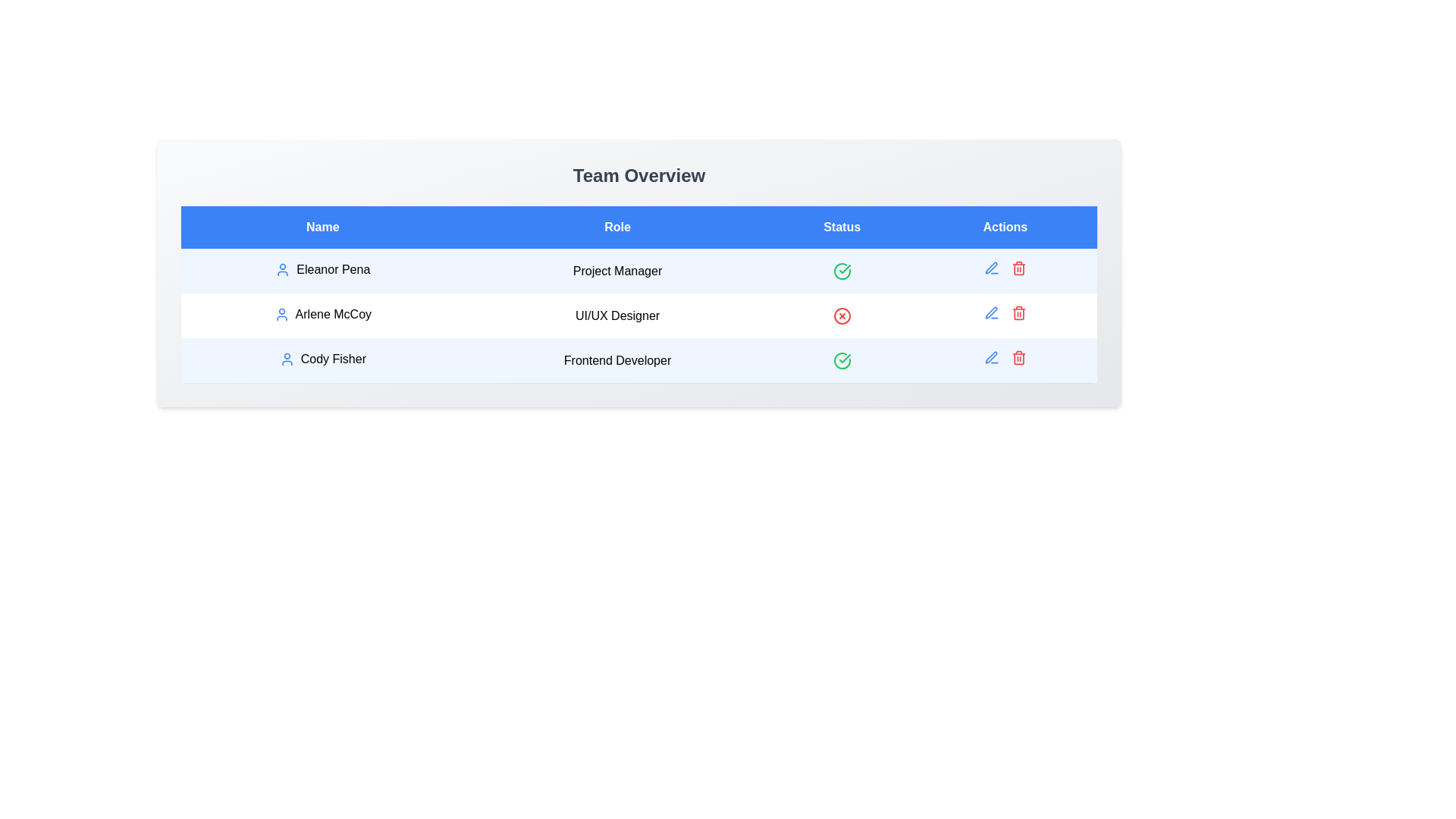 The width and height of the screenshot is (1456, 819). What do you see at coordinates (322, 314) in the screenshot?
I see `the text label 'Arlene McCoy' which includes a user silhouette icon to its left, located in the second row of the table under the 'Name' column` at bounding box center [322, 314].